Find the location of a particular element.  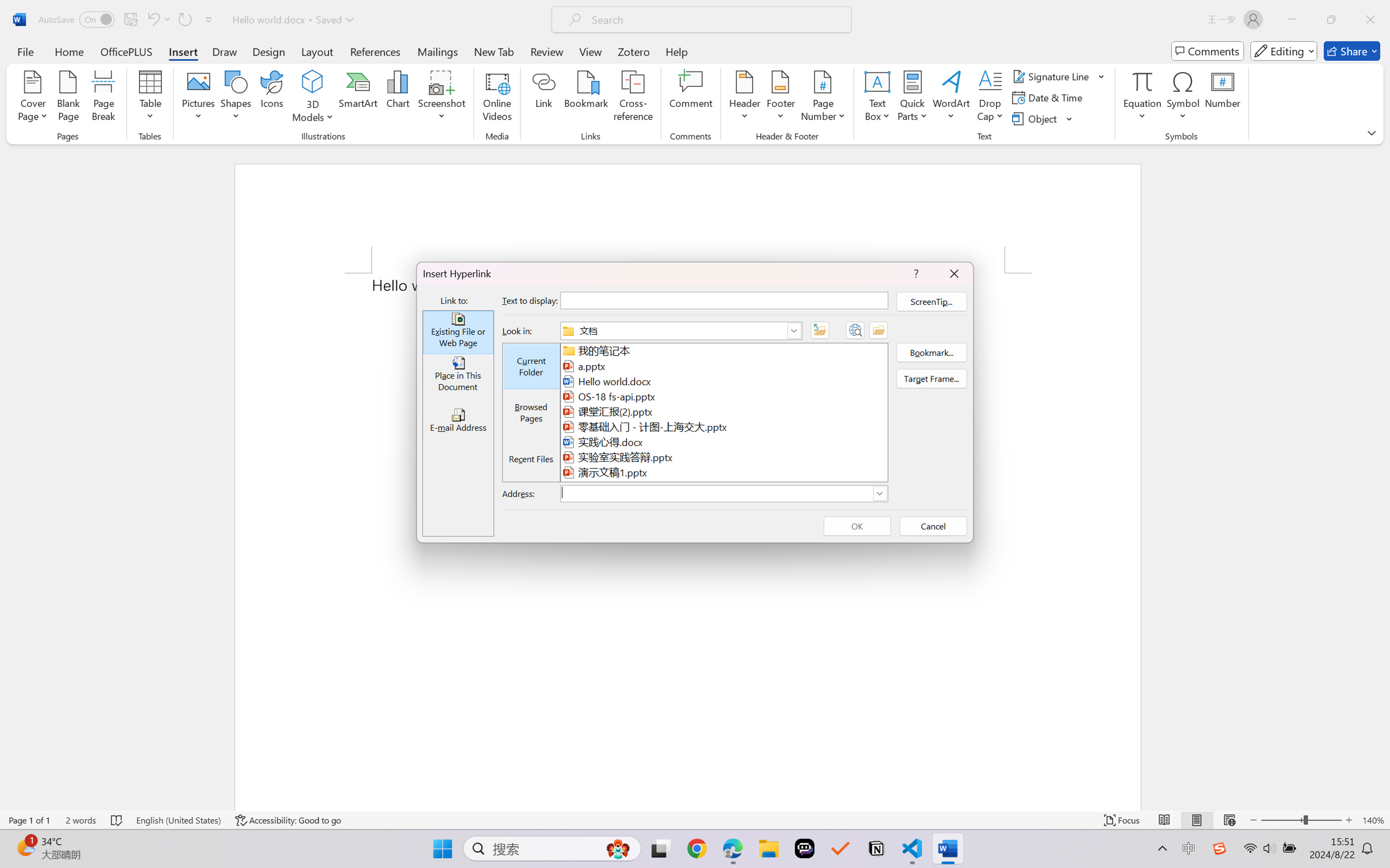

'Browsed Pages' is located at coordinates (531, 412).